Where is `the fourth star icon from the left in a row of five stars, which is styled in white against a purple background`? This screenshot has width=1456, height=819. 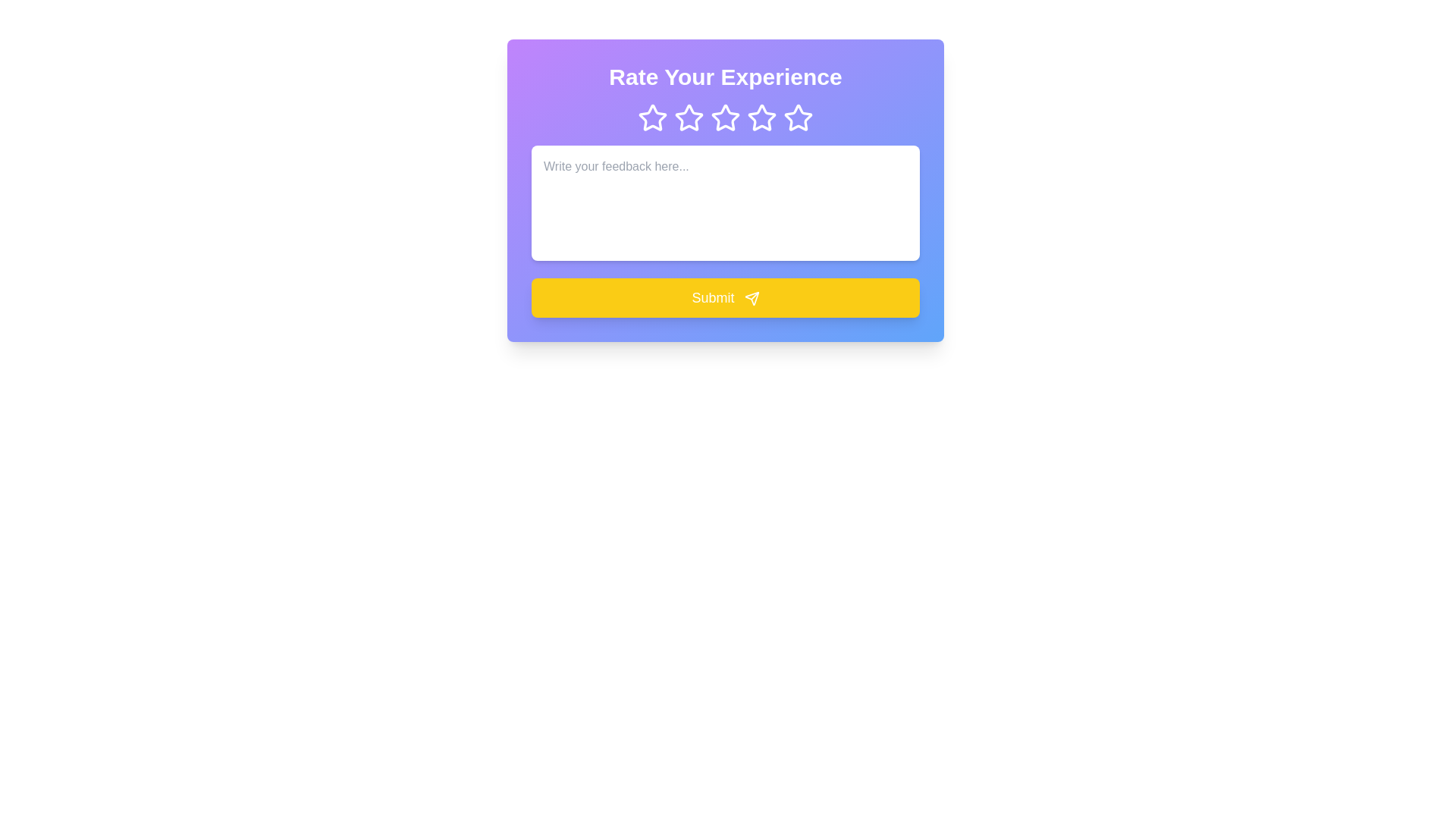 the fourth star icon from the left in a row of five stars, which is styled in white against a purple background is located at coordinates (761, 117).